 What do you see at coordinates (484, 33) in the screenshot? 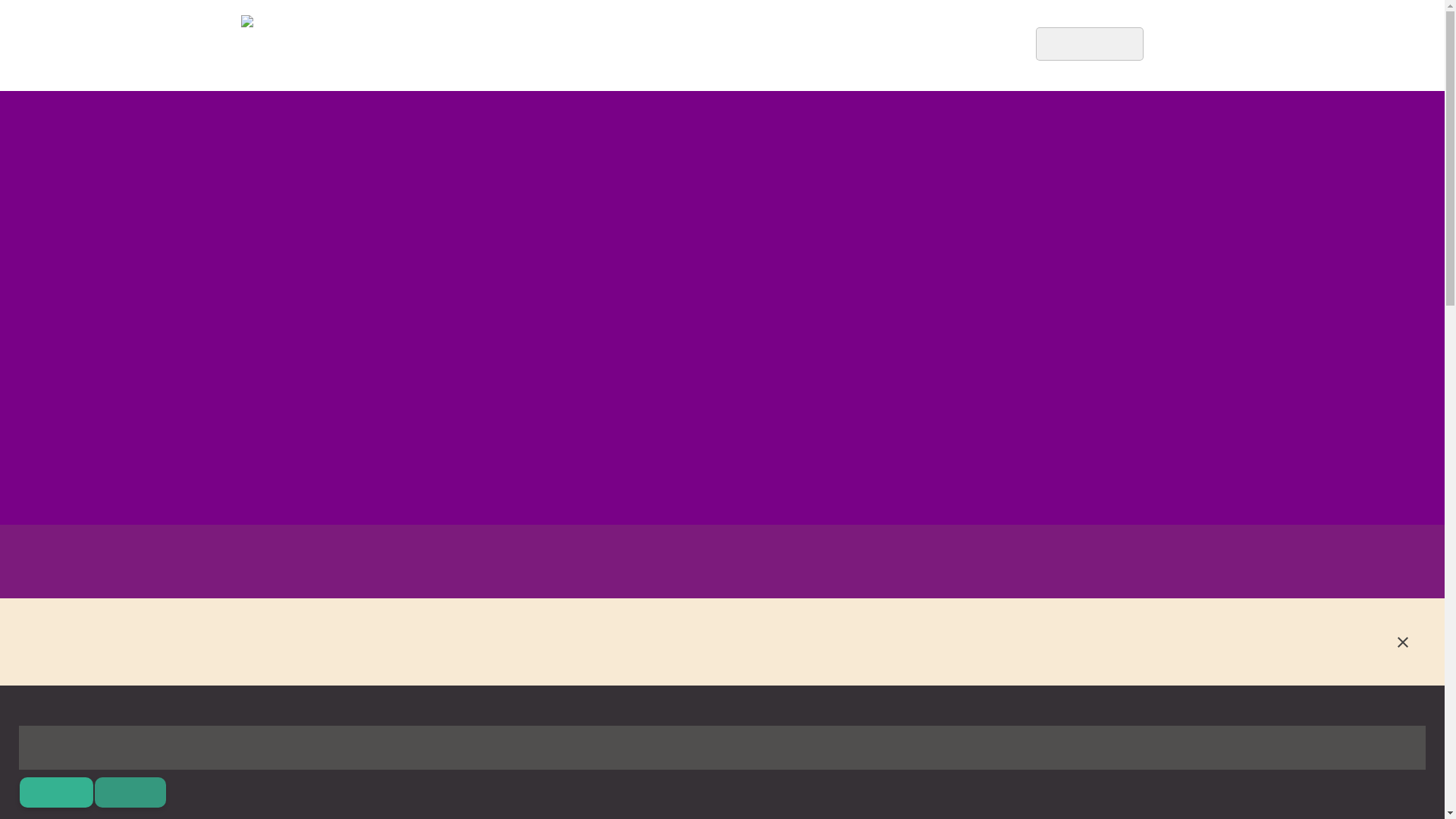
I see `'Go to site home page'` at bounding box center [484, 33].